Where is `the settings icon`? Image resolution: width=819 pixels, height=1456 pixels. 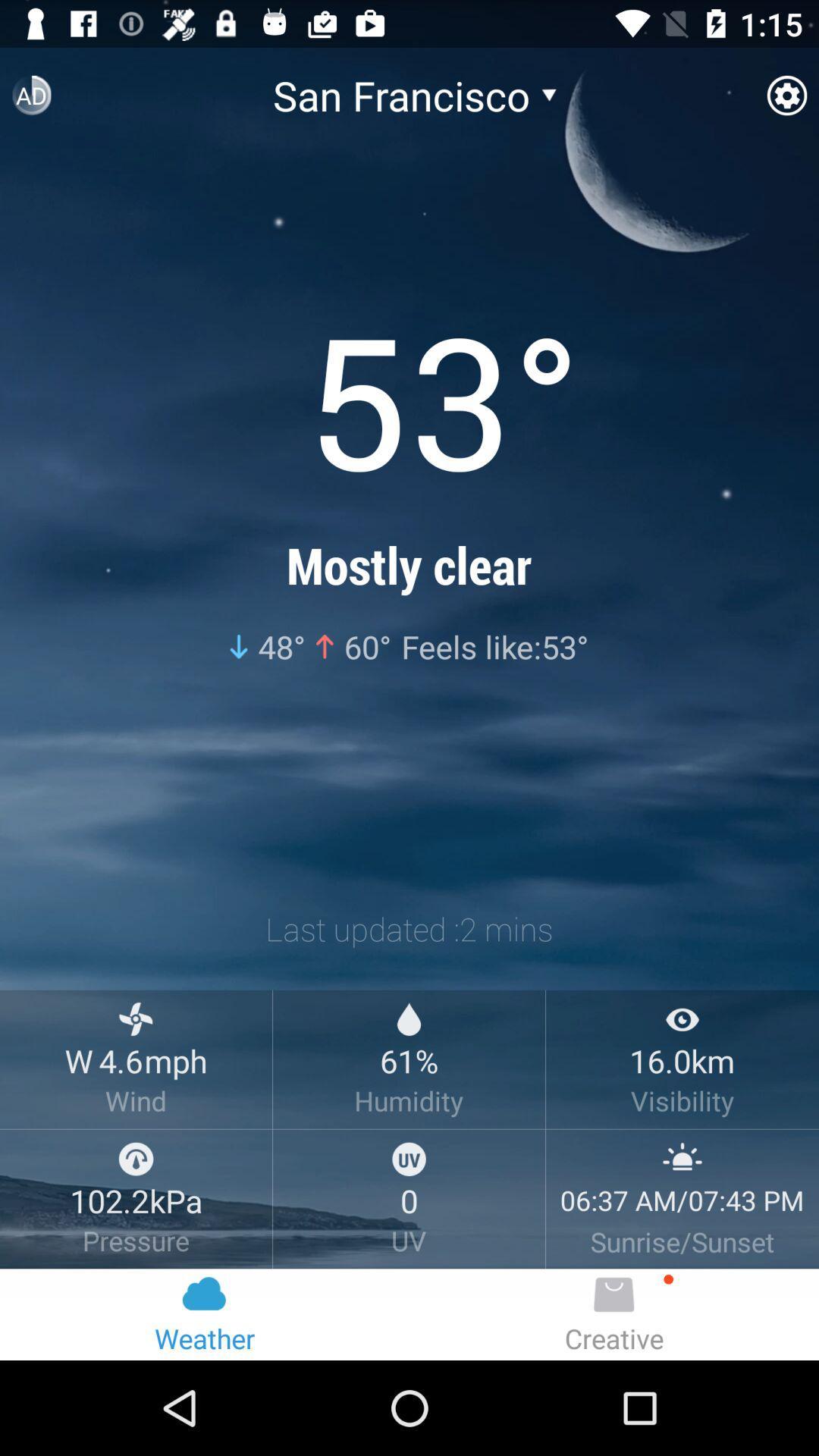 the settings icon is located at coordinates (786, 101).